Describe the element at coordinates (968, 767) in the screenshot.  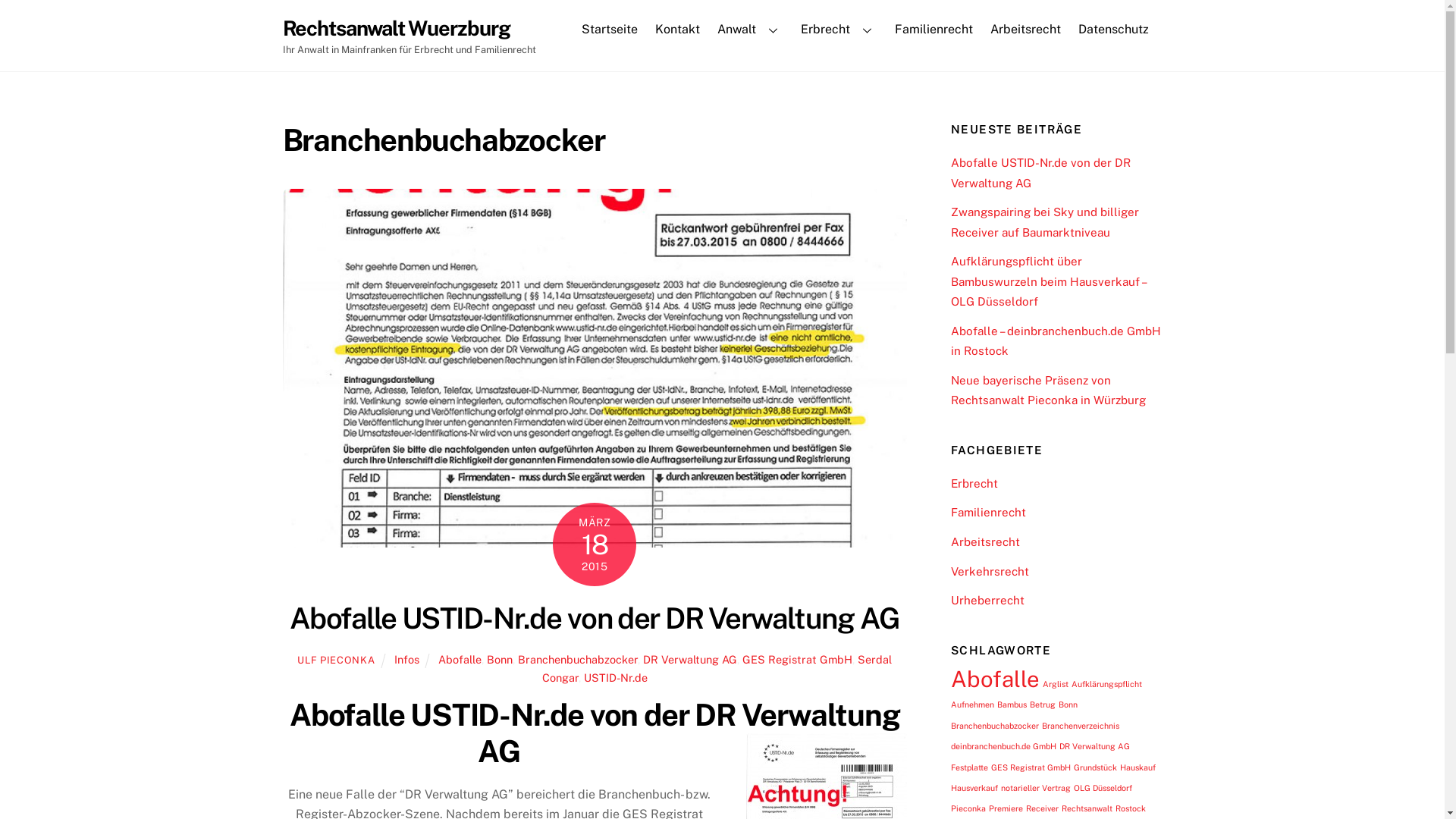
I see `'Festplatte'` at that location.